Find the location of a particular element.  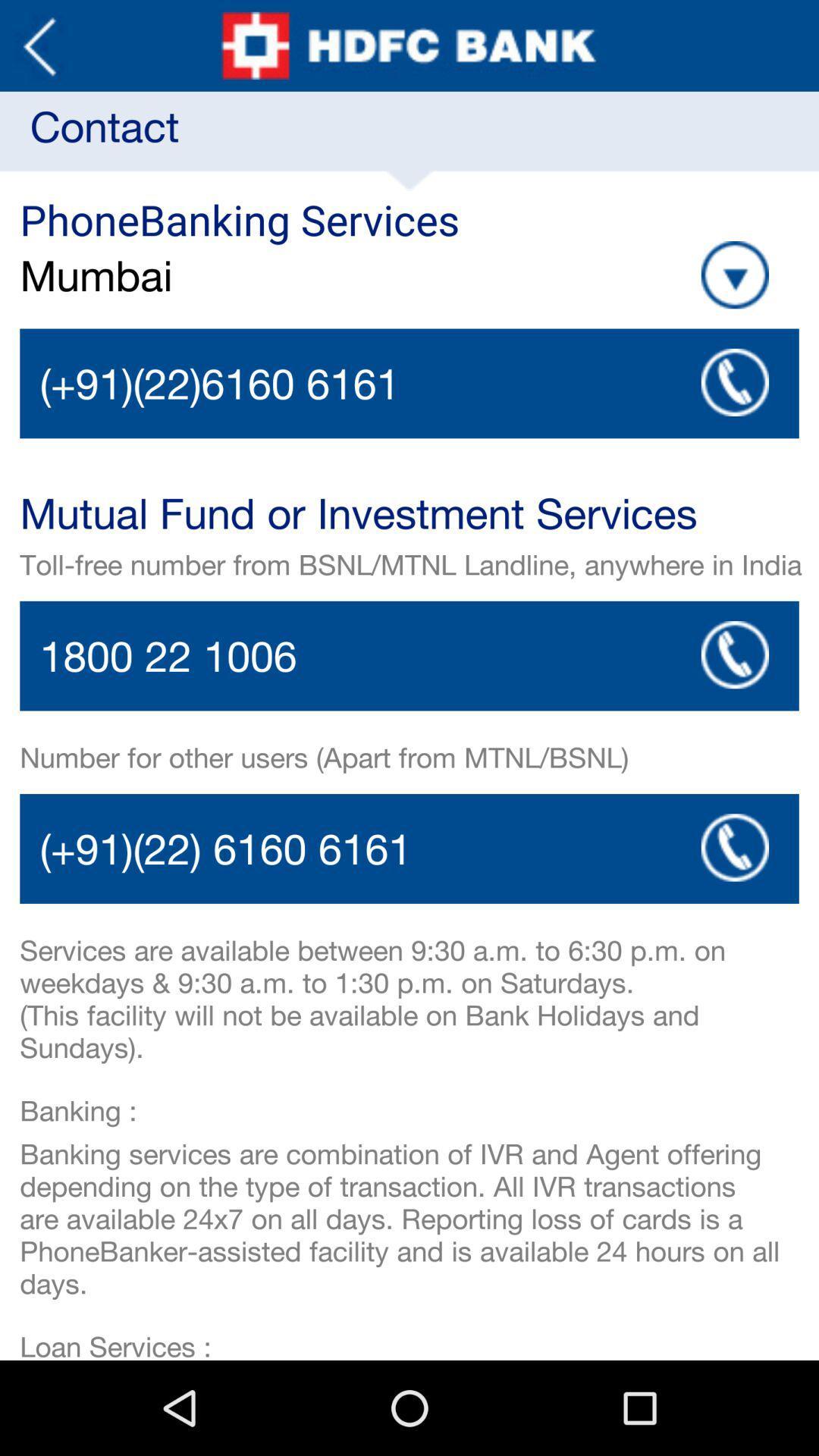

call option is located at coordinates (409, 656).